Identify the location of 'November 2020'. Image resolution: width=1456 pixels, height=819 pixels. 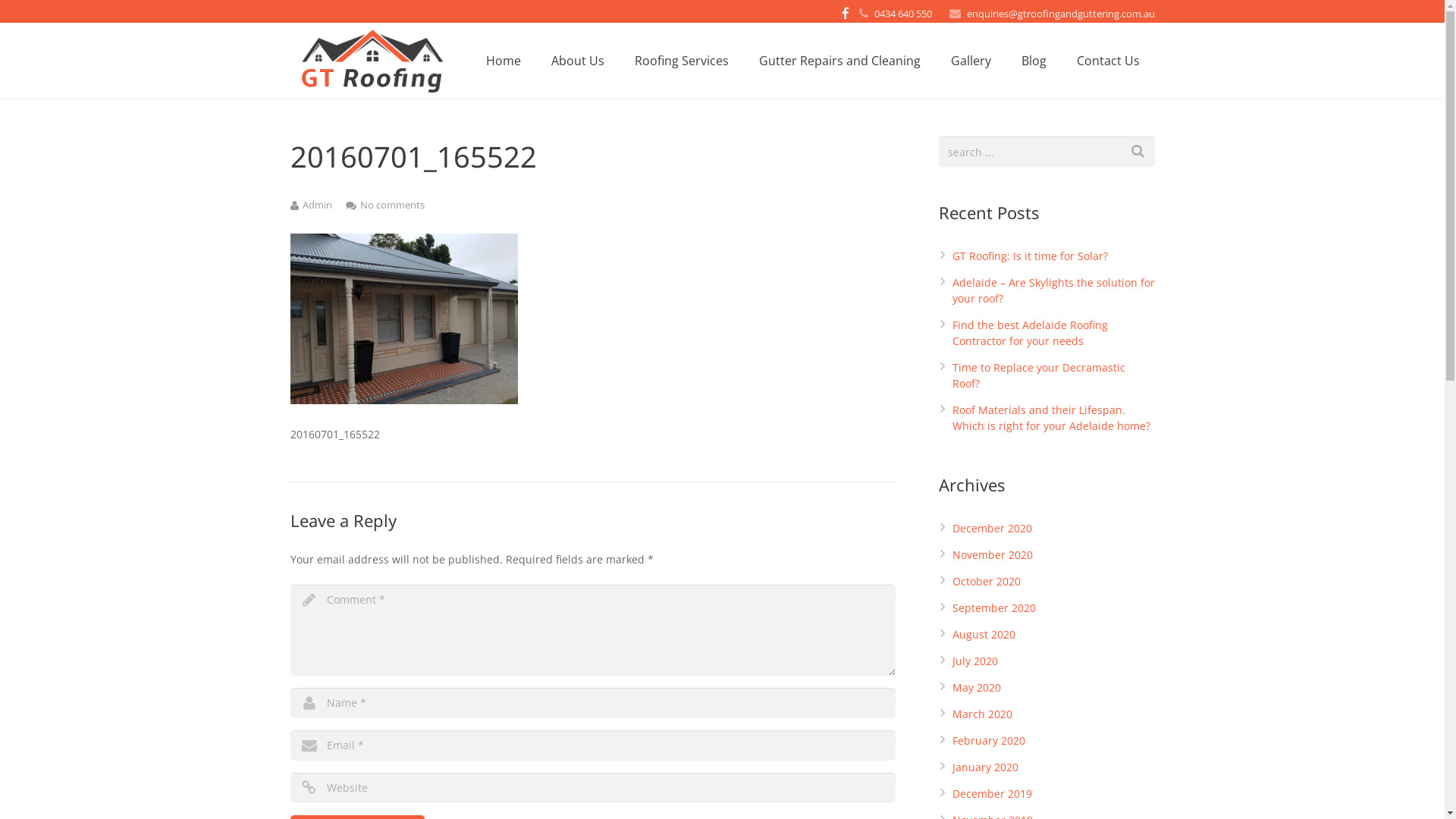
(993, 554).